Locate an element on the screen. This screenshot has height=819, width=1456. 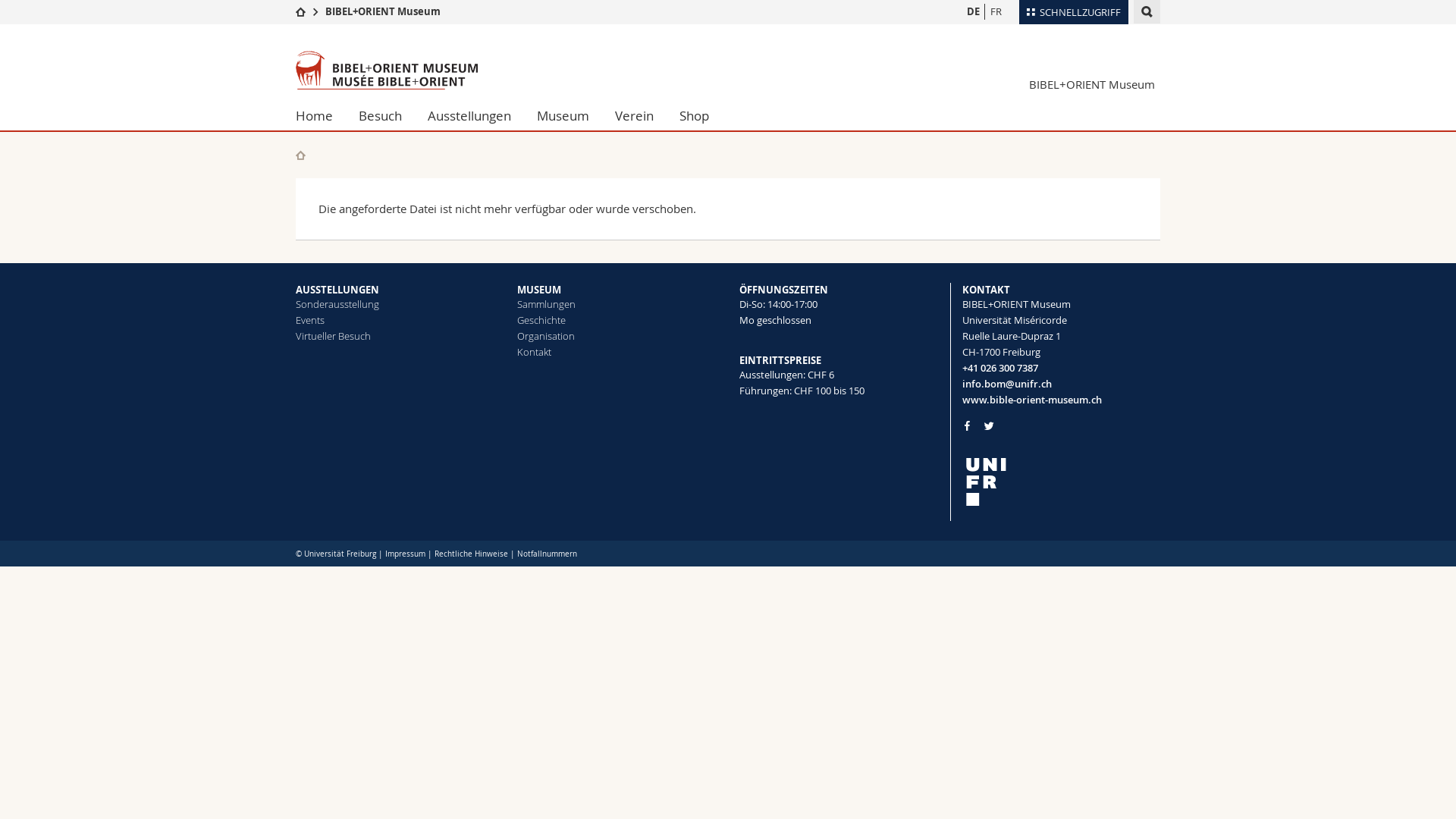
'BIBEL+ORIENT Museum' is located at coordinates (382, 11).